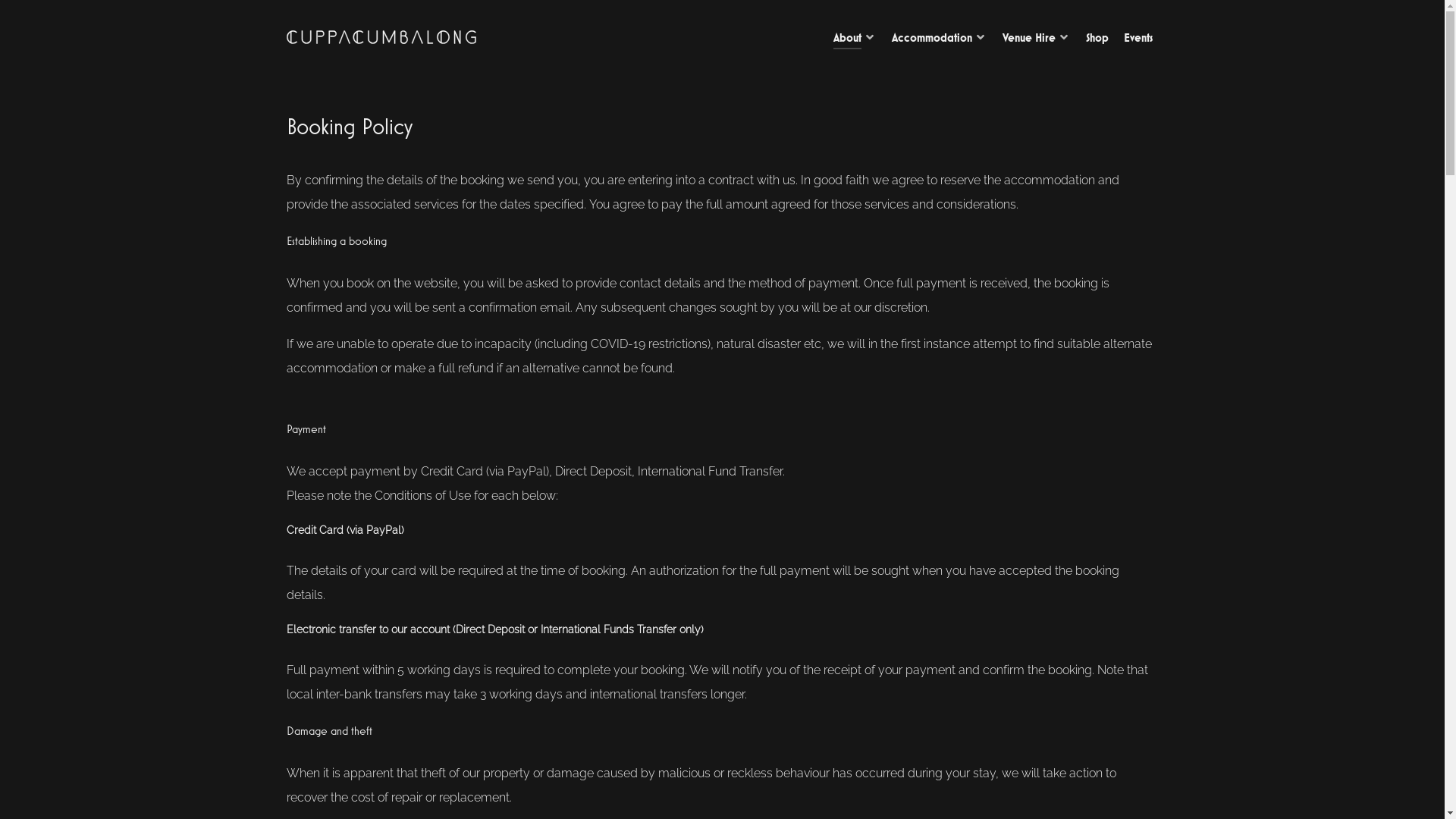 The height and width of the screenshot is (819, 1456). Describe the element at coordinates (1124, 37) in the screenshot. I see `'Events'` at that location.